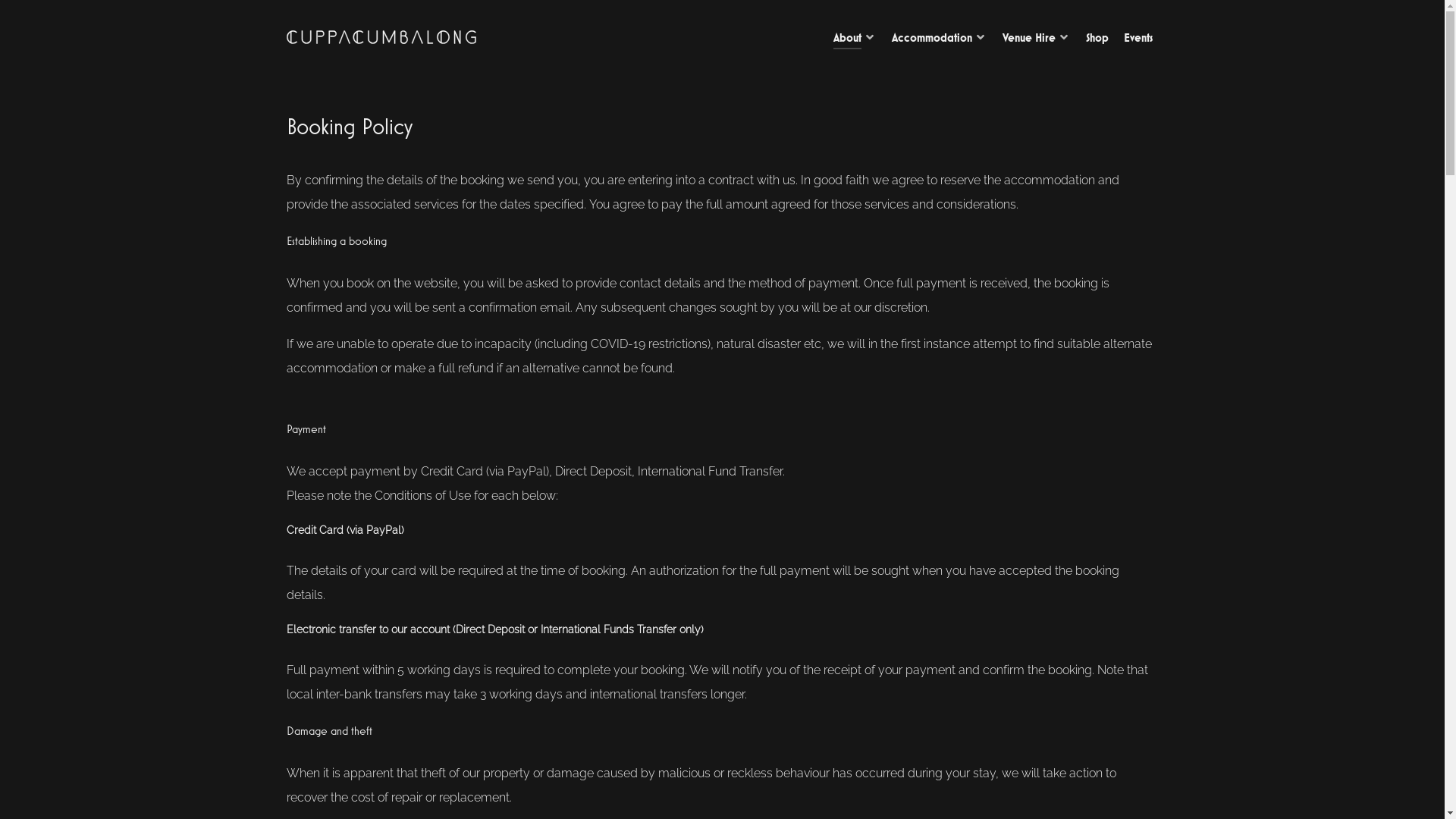 The height and width of the screenshot is (819, 1456). Describe the element at coordinates (1124, 37) in the screenshot. I see `'Events'` at that location.